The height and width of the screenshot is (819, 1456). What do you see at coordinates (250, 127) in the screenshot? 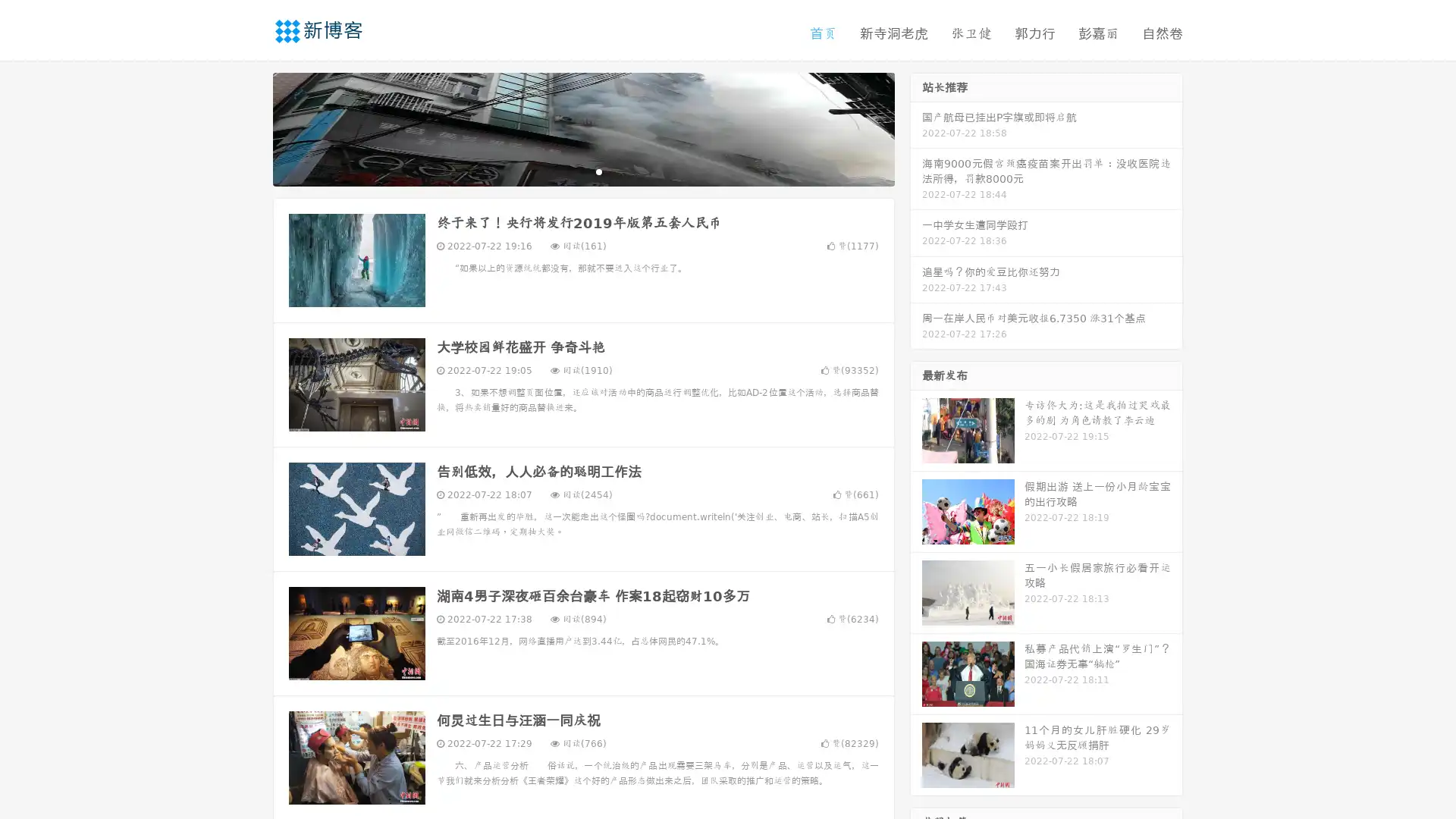
I see `Previous slide` at bounding box center [250, 127].